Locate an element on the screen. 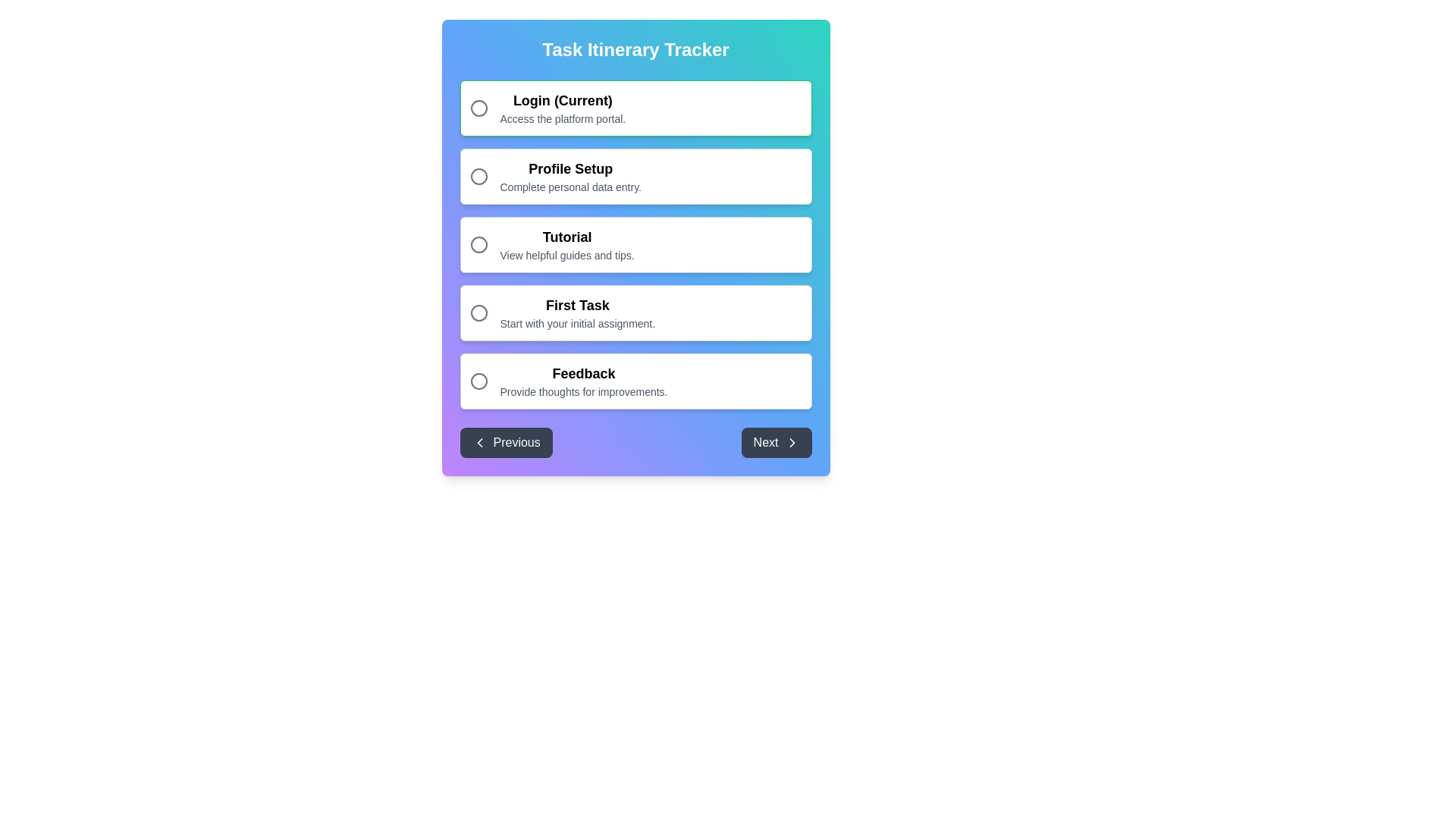  the 'Previous' button located at the bottom left corner of the navigation component is located at coordinates (506, 442).